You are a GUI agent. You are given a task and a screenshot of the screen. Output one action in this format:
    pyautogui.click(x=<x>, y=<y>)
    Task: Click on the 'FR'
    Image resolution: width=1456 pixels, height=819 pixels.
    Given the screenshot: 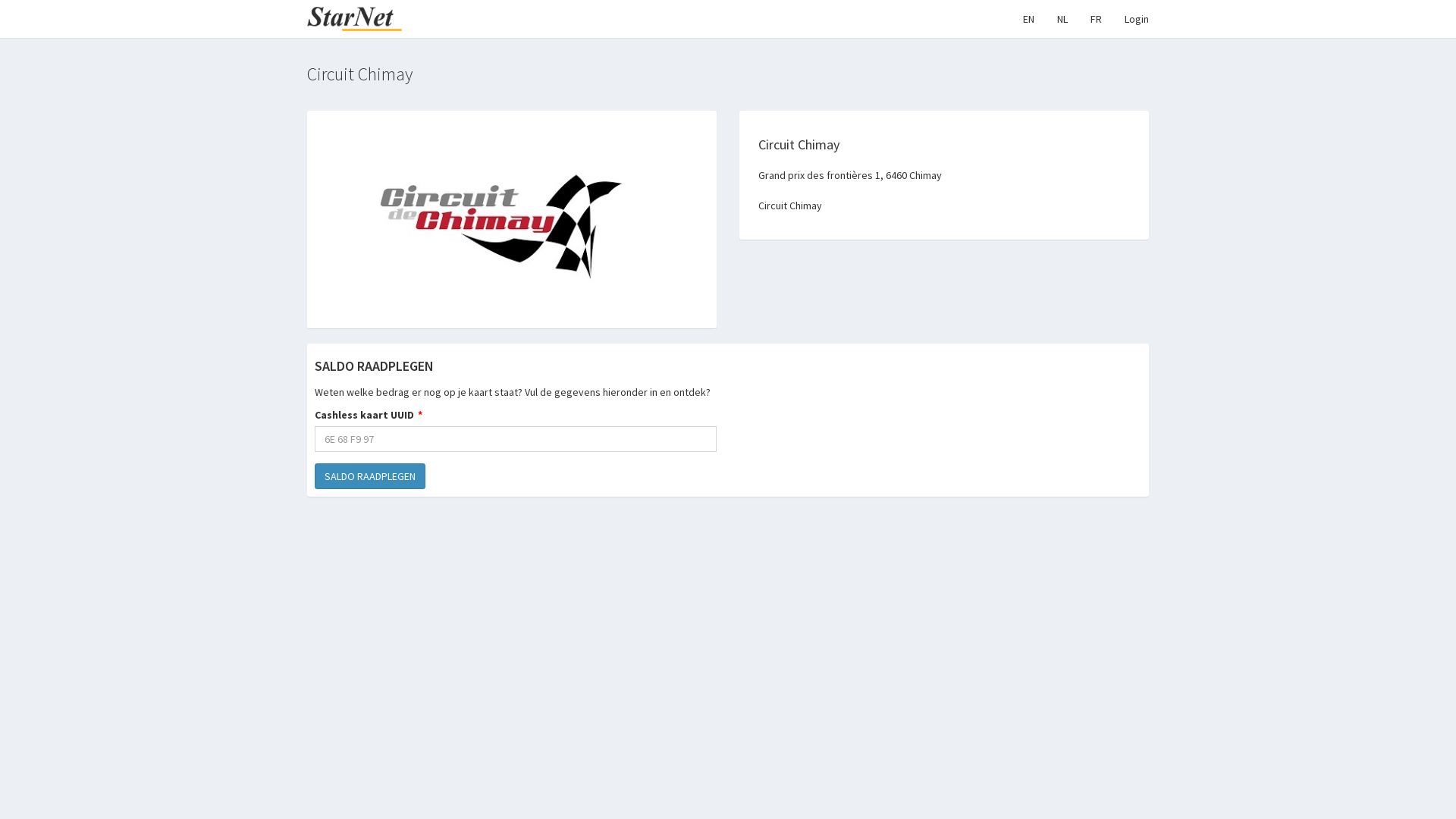 What is the action you would take?
    pyautogui.click(x=1078, y=18)
    